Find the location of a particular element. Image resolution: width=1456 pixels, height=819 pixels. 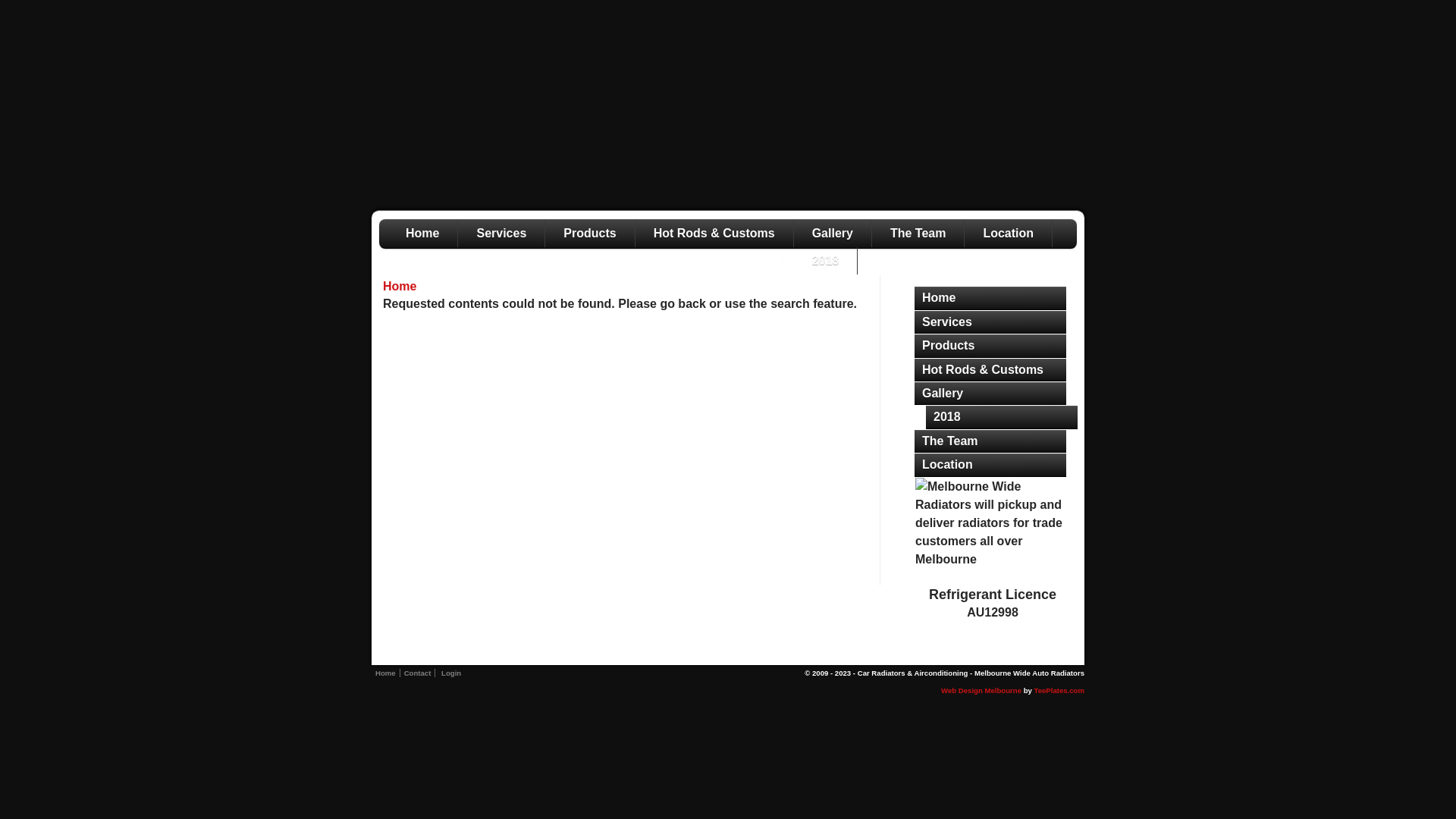

'Web Design Melbourne' is located at coordinates (981, 690).